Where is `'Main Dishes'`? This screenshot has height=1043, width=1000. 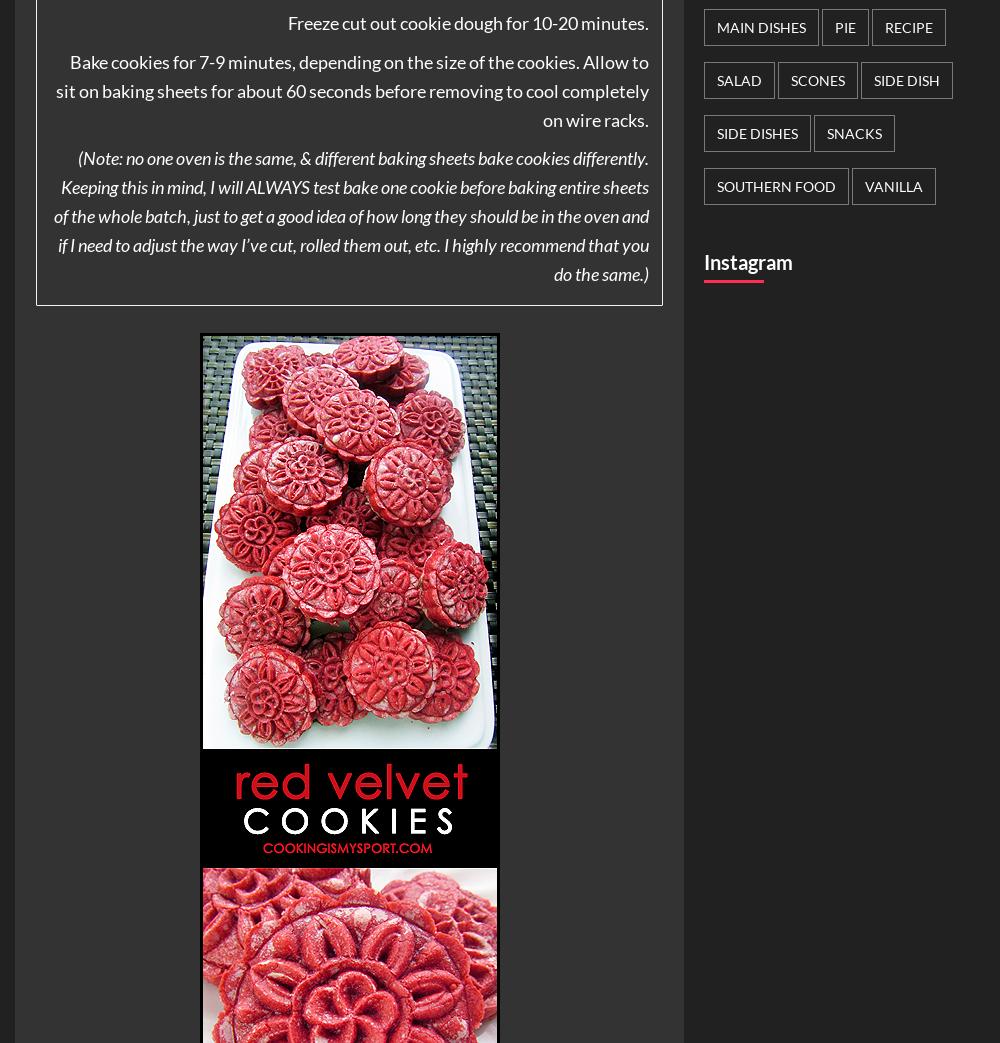
'Main Dishes' is located at coordinates (761, 25).